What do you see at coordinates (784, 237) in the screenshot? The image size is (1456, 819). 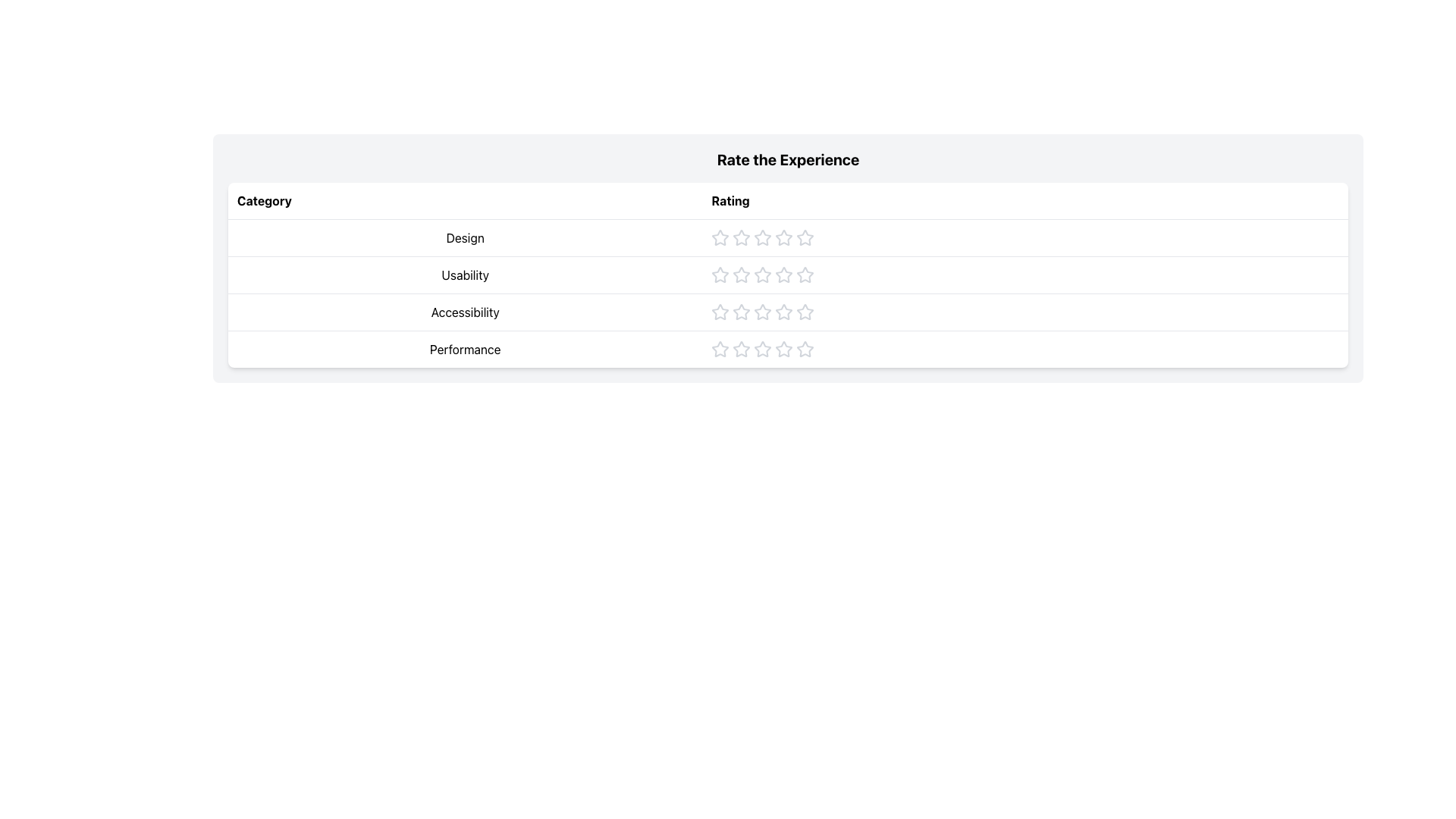 I see `the sixth star icon in the 'Rate the Experience' table` at bounding box center [784, 237].